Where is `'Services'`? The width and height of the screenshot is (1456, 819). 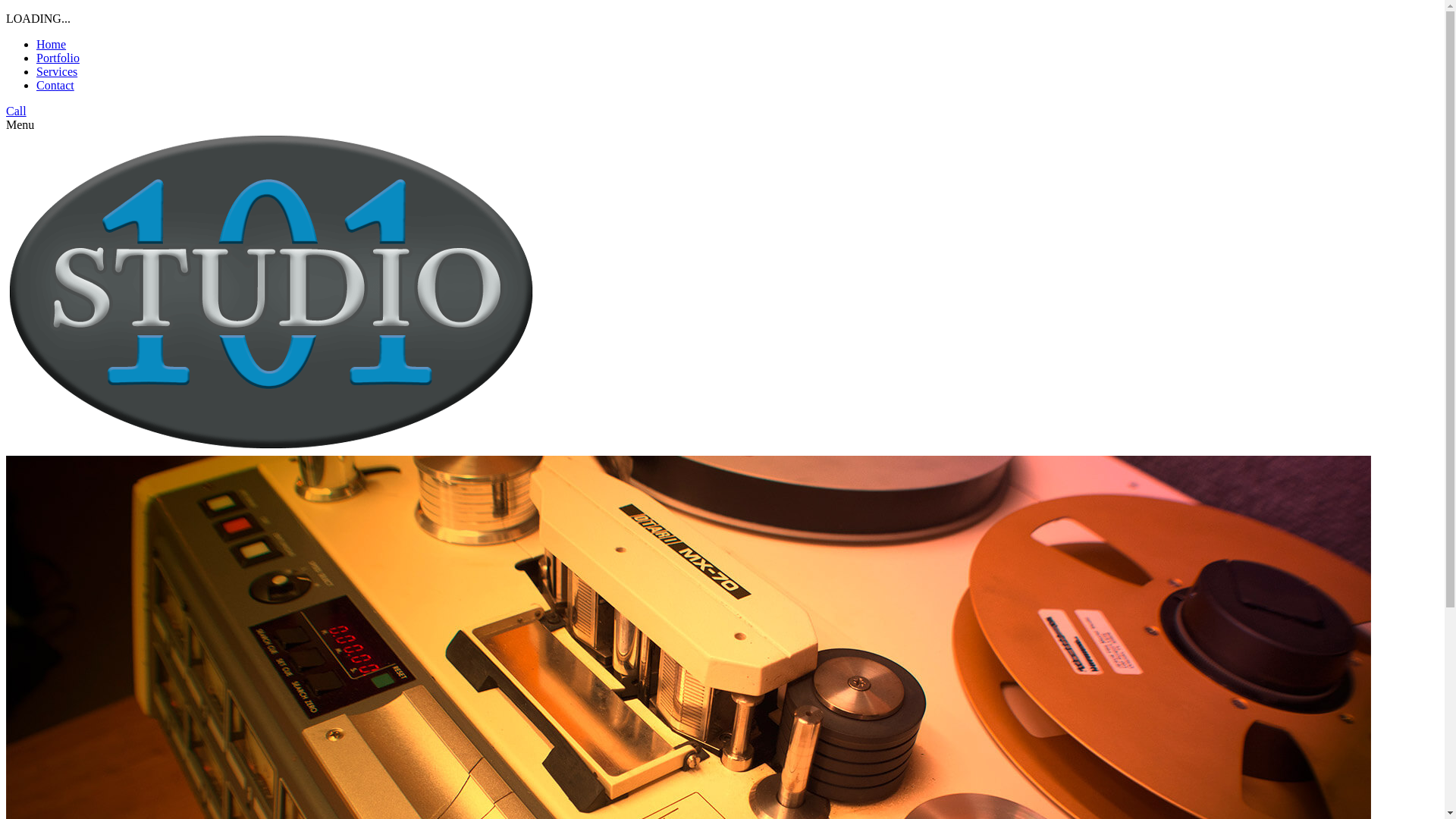
'Services' is located at coordinates (57, 71).